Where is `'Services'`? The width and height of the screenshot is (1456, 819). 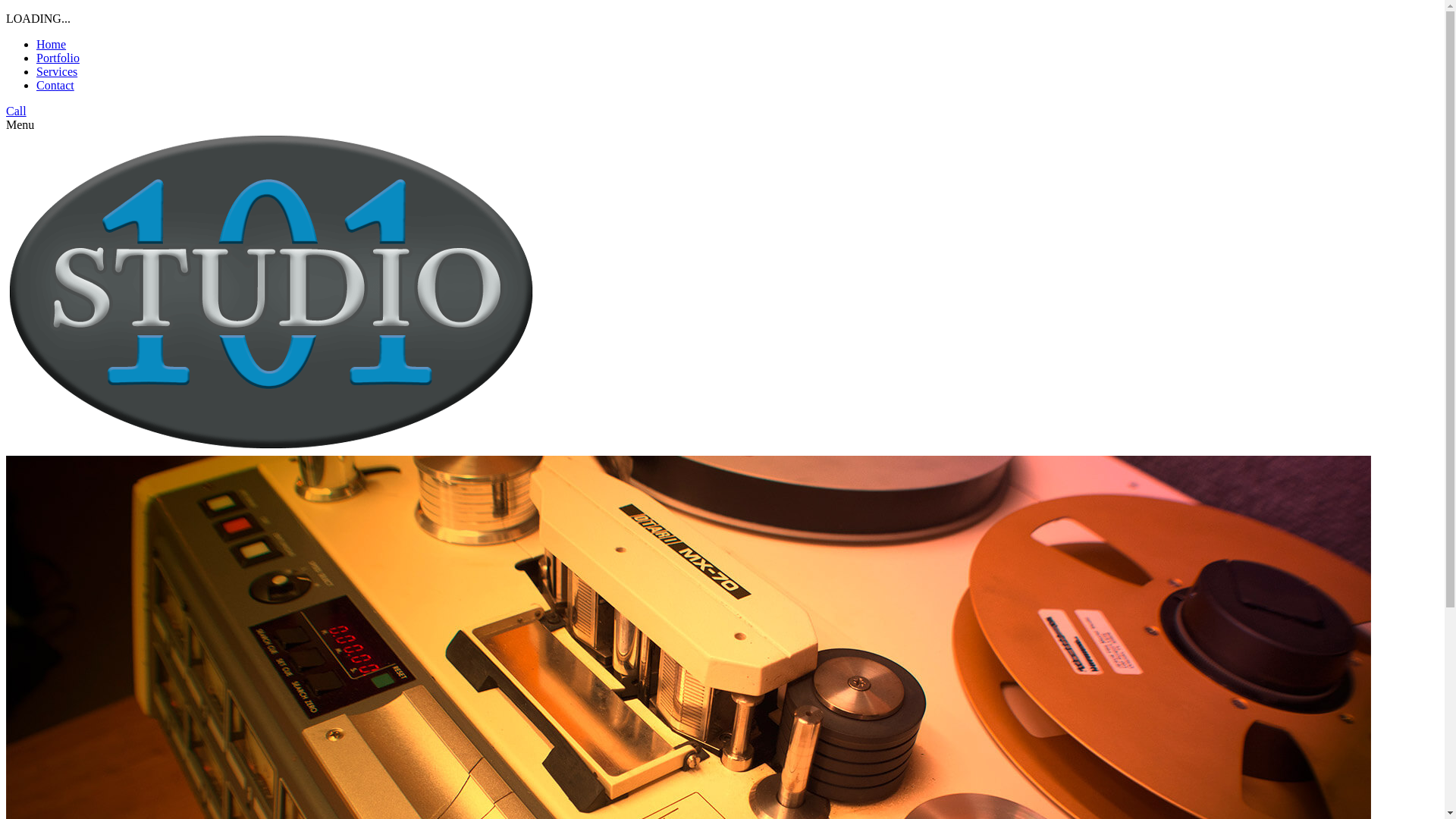
'Services' is located at coordinates (57, 71).